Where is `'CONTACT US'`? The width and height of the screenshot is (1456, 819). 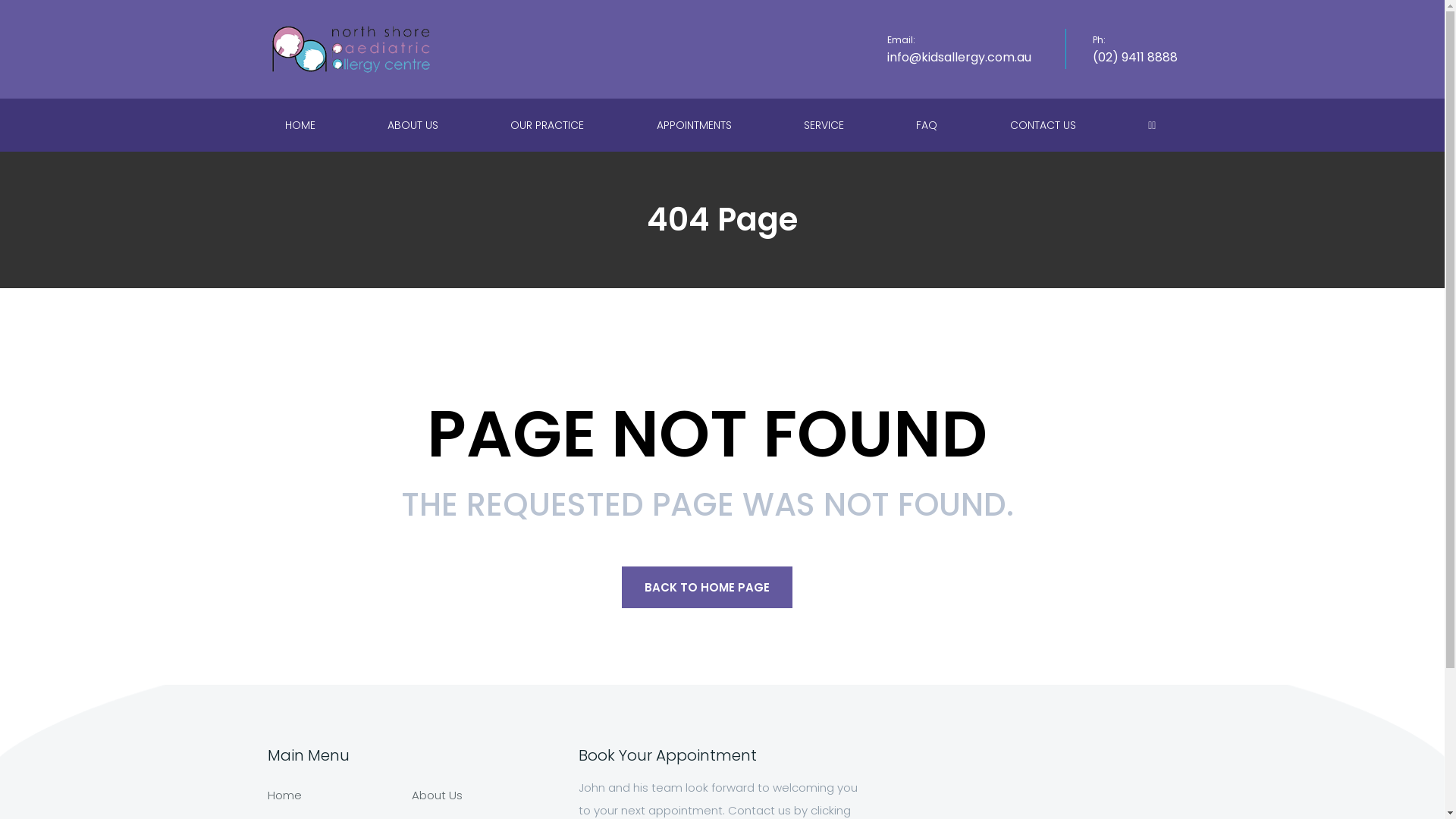 'CONTACT US' is located at coordinates (1043, 124).